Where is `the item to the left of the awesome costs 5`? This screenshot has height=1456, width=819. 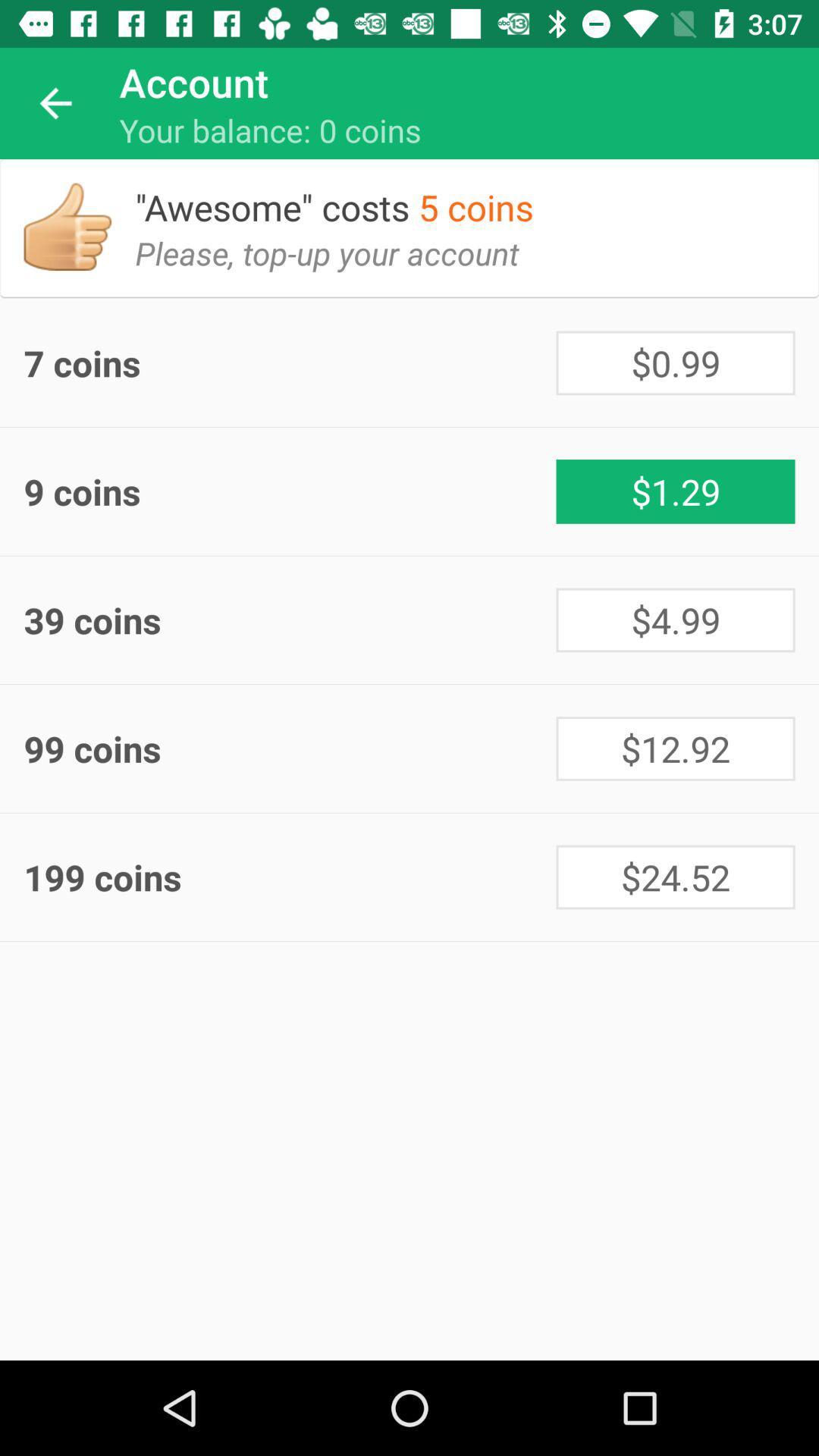 the item to the left of the awesome costs 5 is located at coordinates (67, 226).